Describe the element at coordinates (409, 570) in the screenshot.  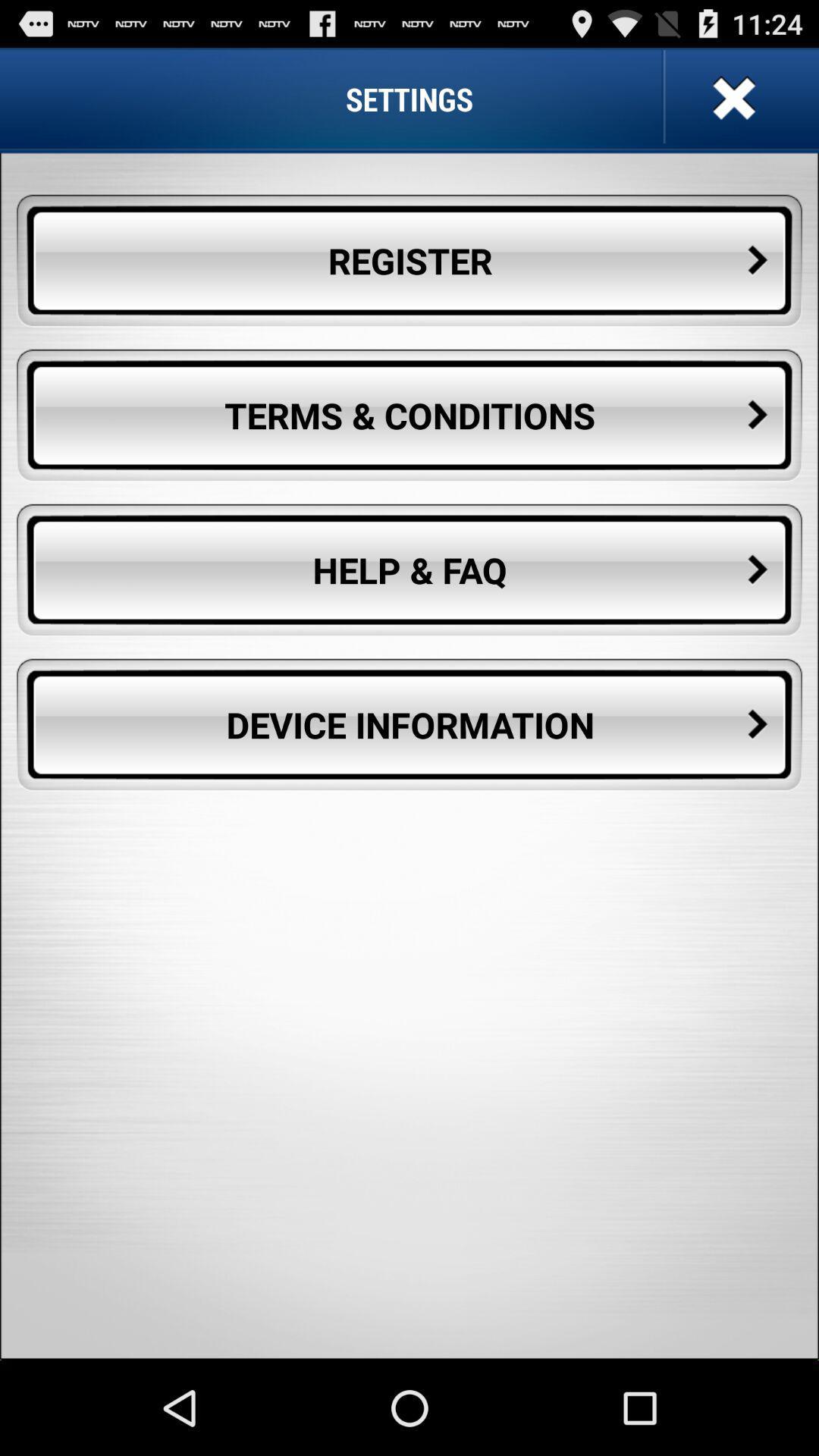
I see `the button below terms & conditions icon` at that location.